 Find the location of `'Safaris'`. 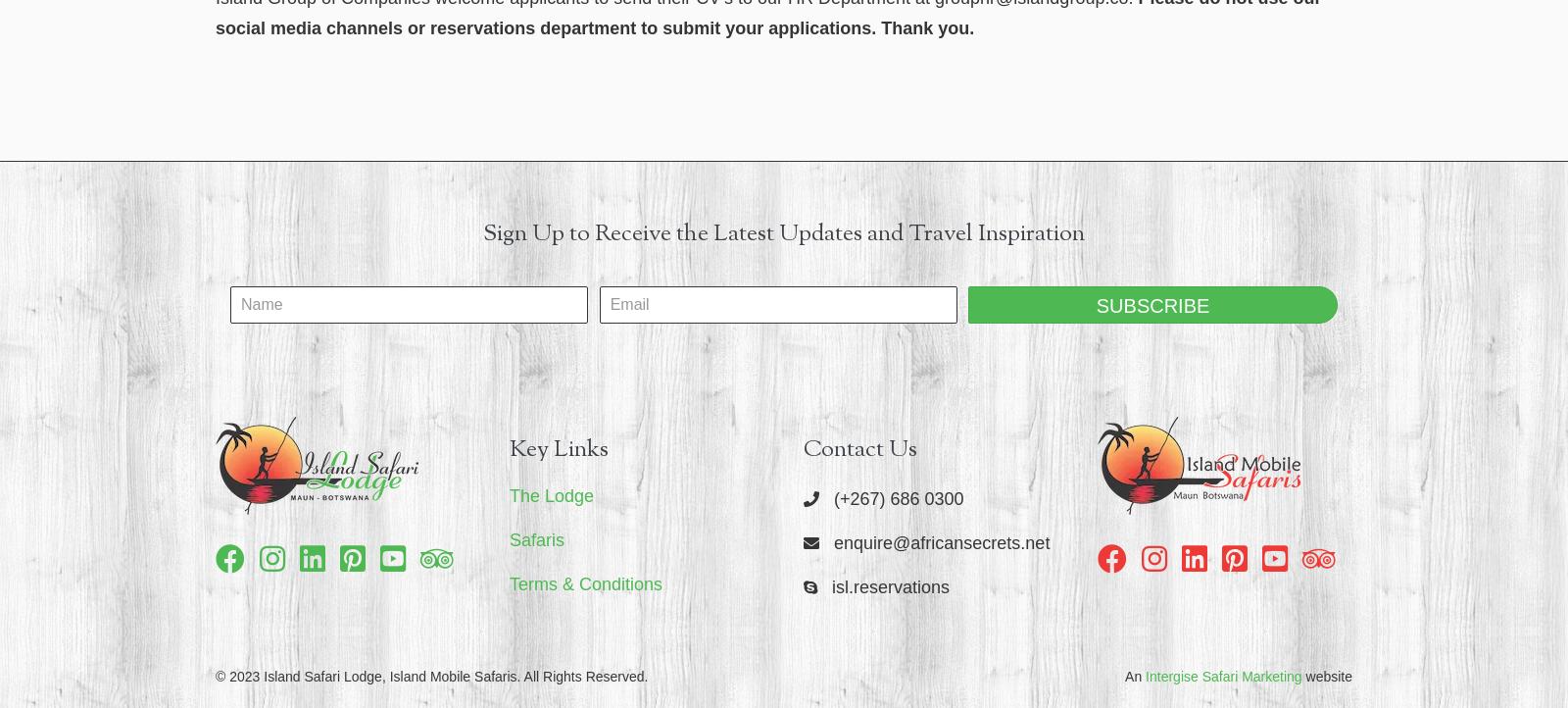

'Safaris' is located at coordinates (536, 538).